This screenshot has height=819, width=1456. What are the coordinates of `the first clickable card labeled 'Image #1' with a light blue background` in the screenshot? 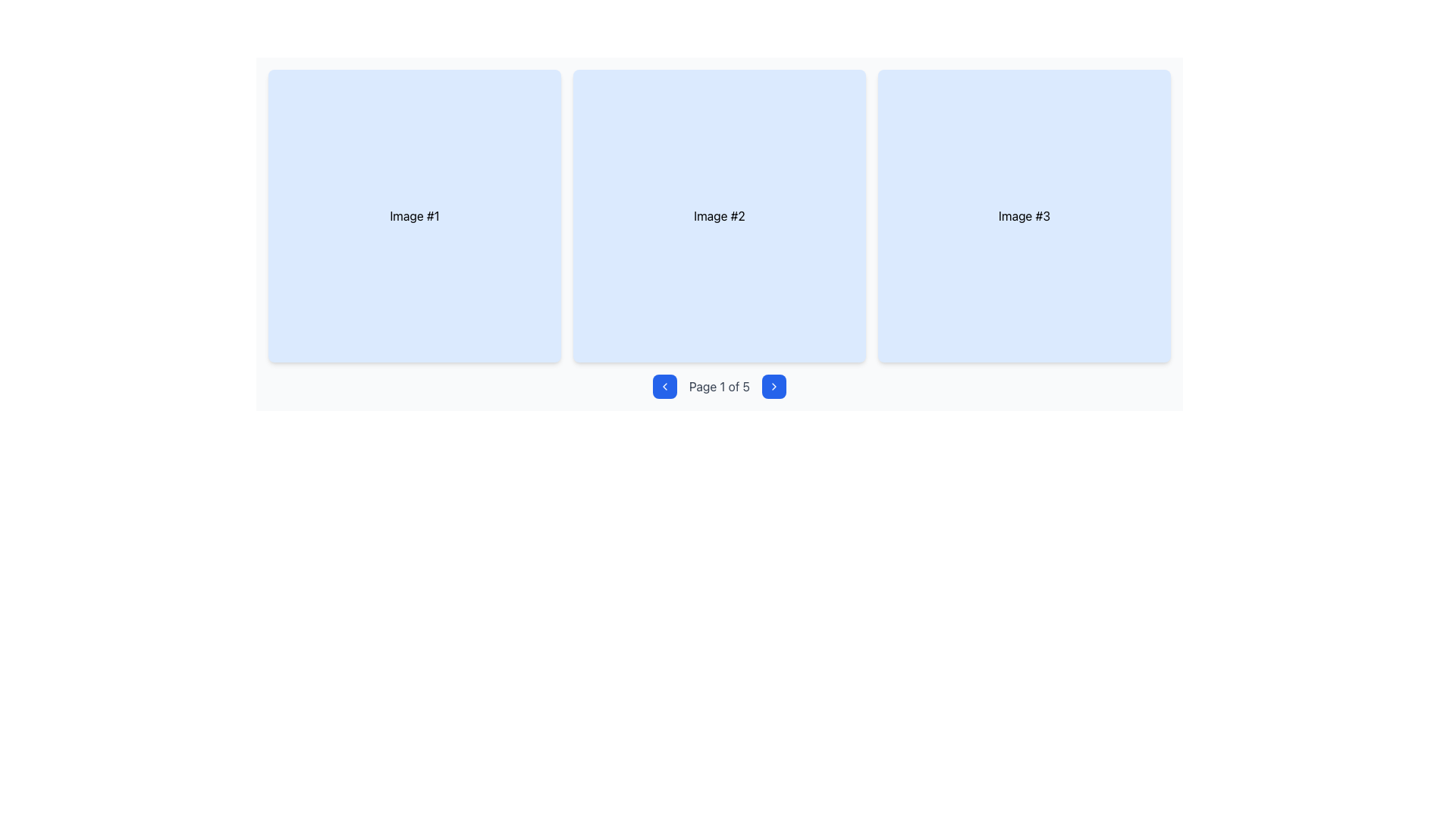 It's located at (415, 216).